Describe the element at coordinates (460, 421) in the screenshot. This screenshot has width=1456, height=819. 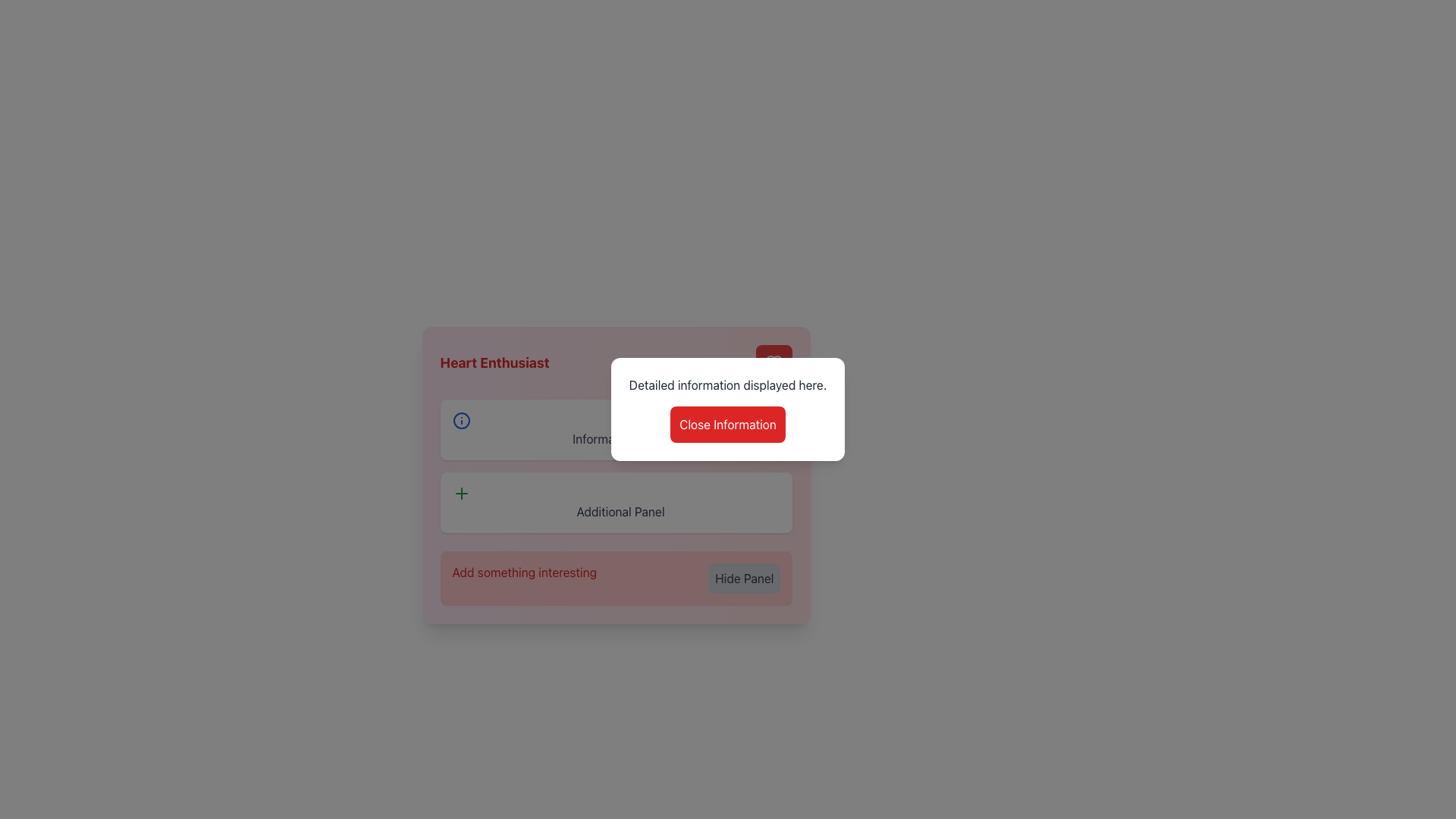
I see `the information icon, which is a blue circle with a lowercase 'i' in the center, located in the 'Information Panel' box` at that location.